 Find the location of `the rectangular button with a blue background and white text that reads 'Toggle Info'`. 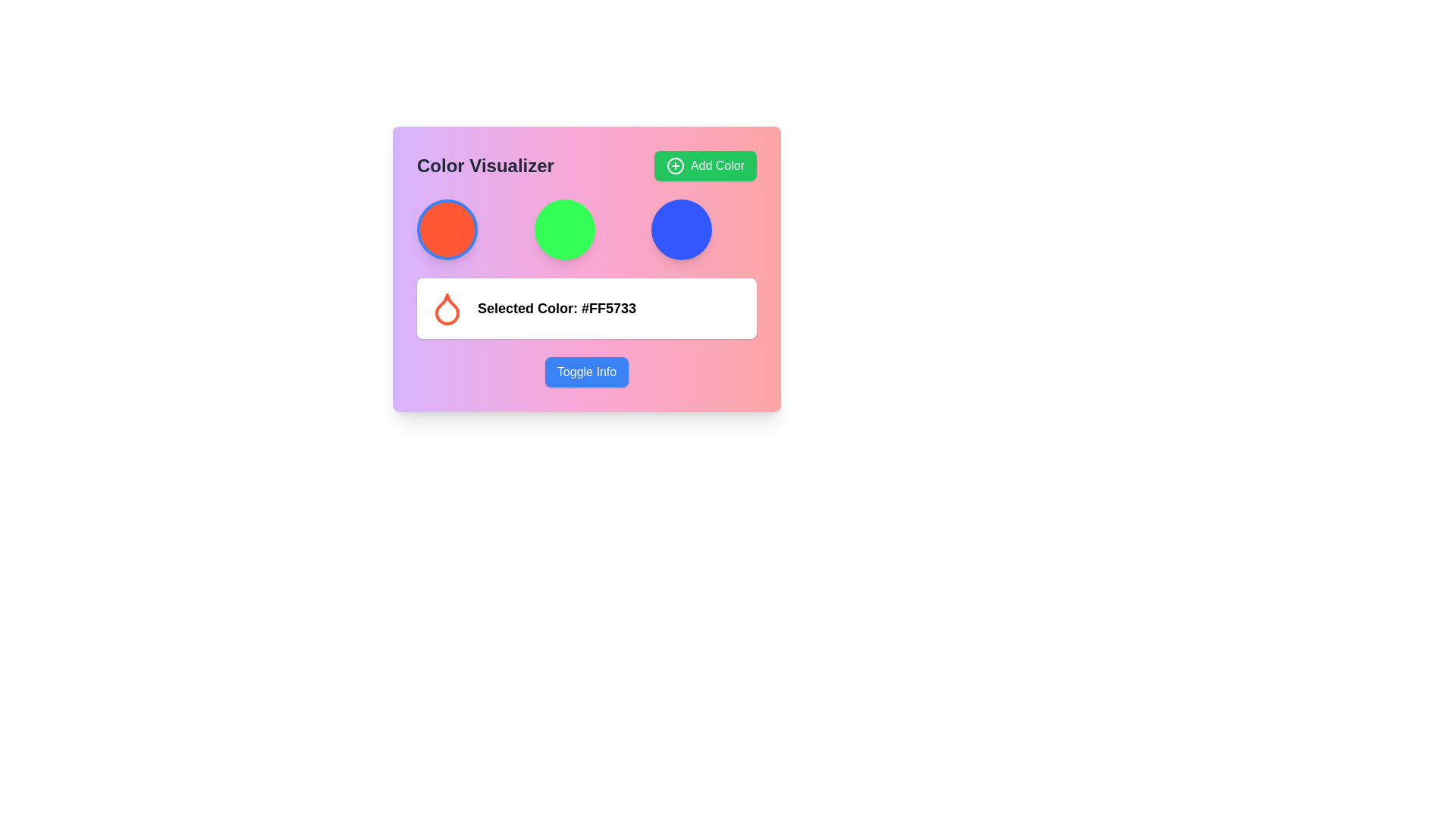

the rectangular button with a blue background and white text that reads 'Toggle Info' is located at coordinates (585, 372).